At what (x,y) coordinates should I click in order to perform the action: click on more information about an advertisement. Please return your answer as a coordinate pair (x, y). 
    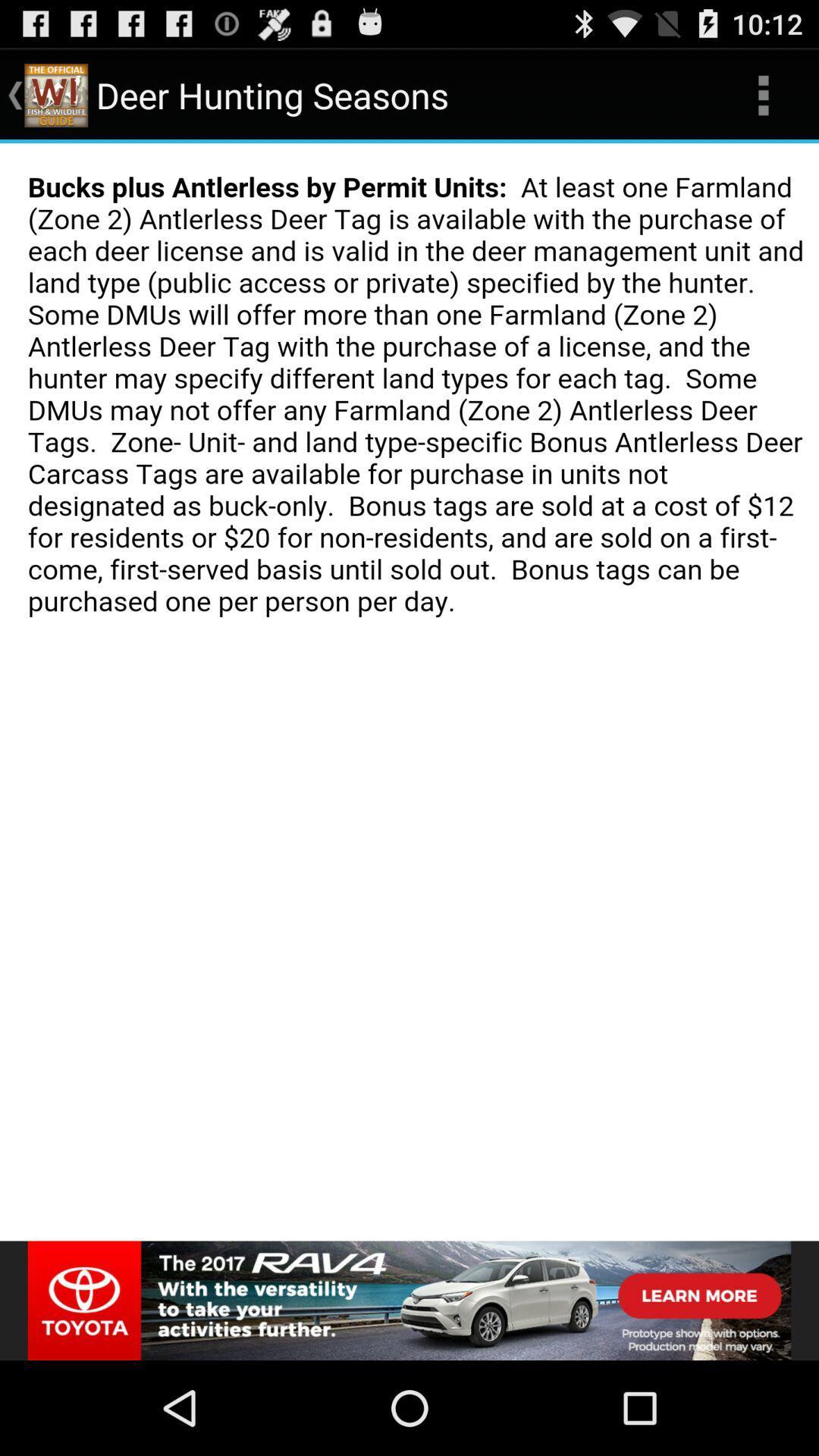
    Looking at the image, I should click on (409, 1300).